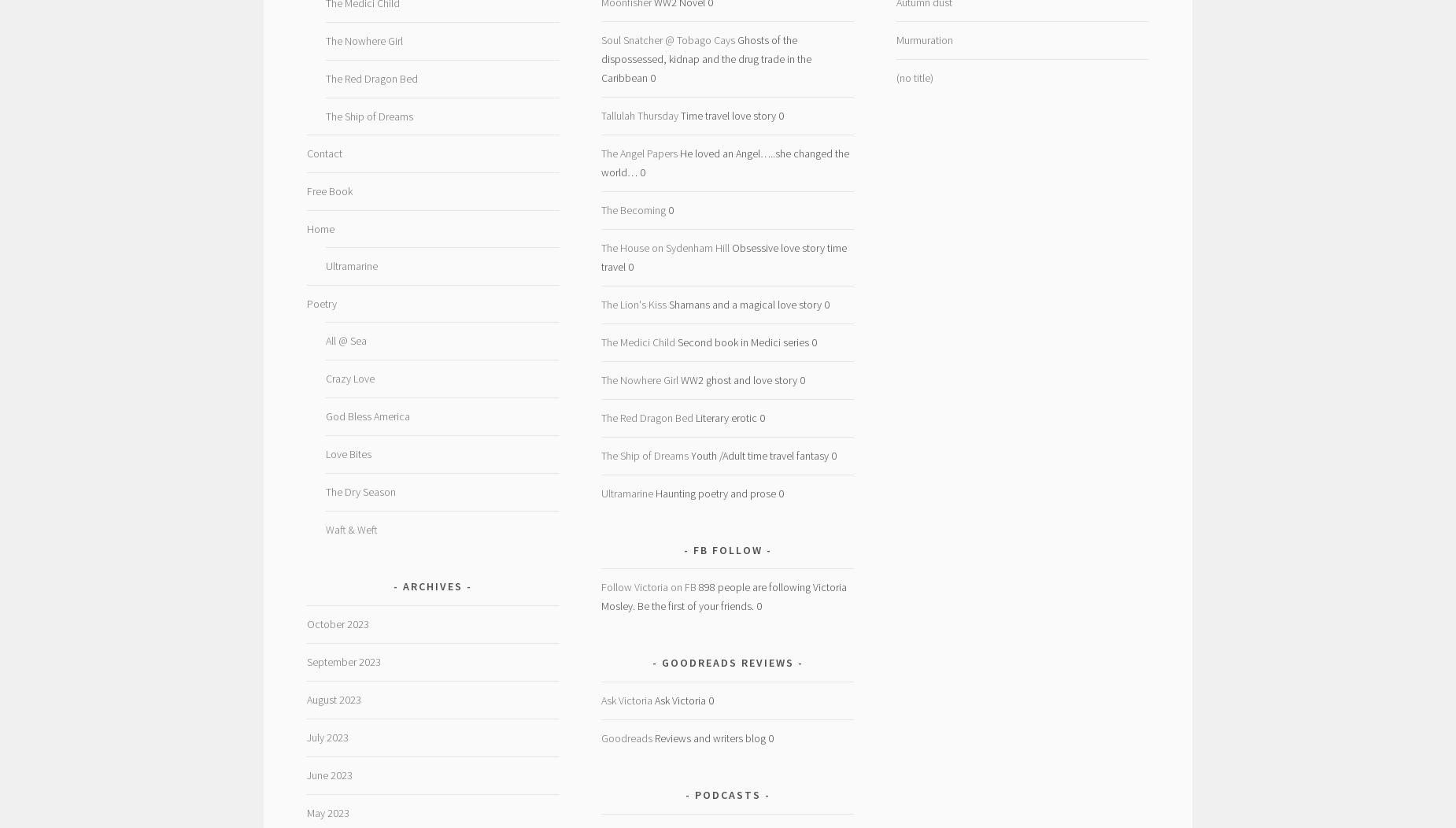 The height and width of the screenshot is (828, 1456). I want to click on 'June 2023', so click(327, 774).